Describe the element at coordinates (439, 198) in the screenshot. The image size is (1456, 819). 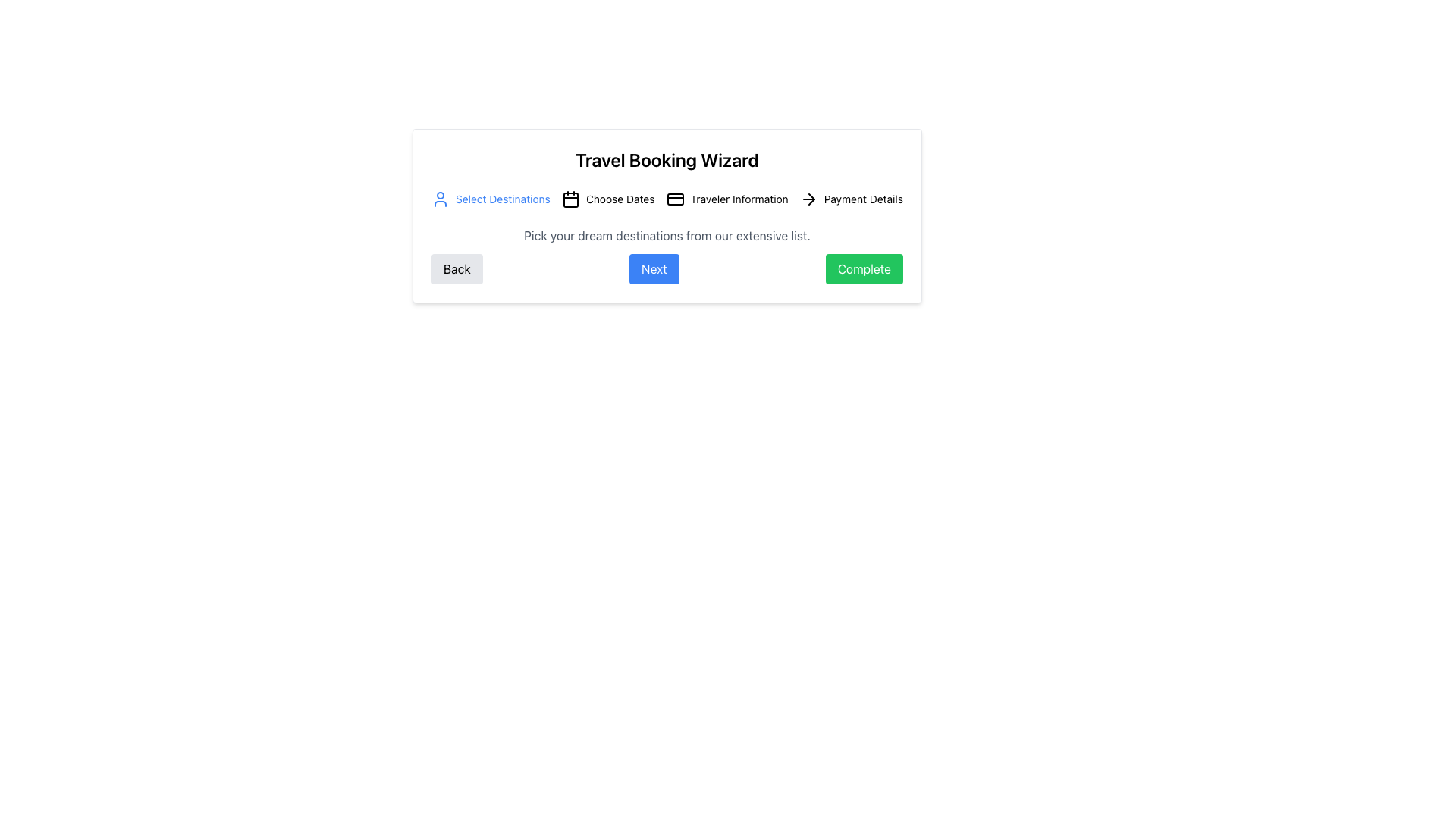
I see `the appearance of the icon resembling a person's silhouette, which is positioned to the left of the 'Select Destinations' hyperlink` at that location.